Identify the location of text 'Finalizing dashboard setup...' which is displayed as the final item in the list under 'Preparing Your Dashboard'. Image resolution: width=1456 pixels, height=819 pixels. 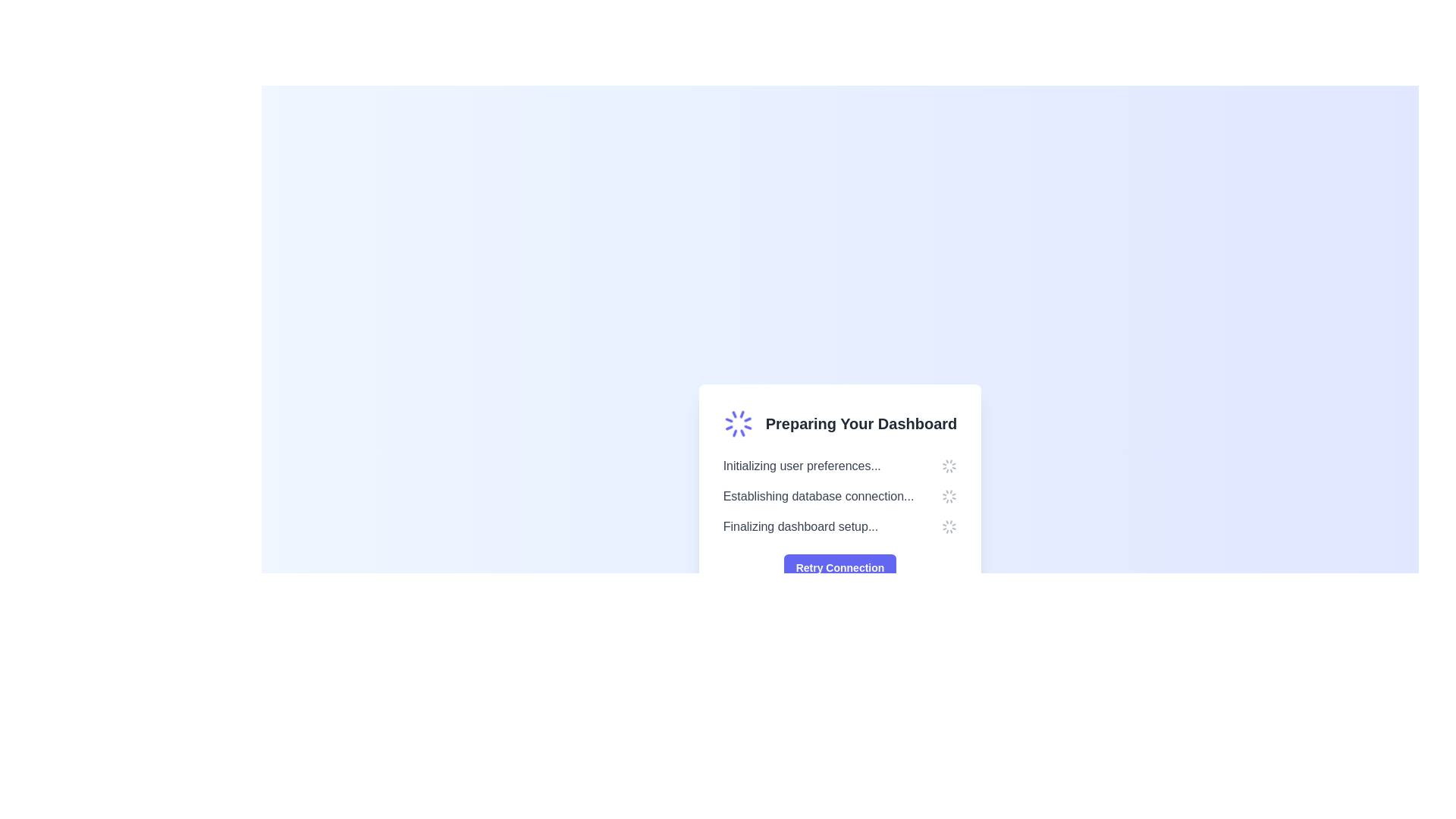
(839, 526).